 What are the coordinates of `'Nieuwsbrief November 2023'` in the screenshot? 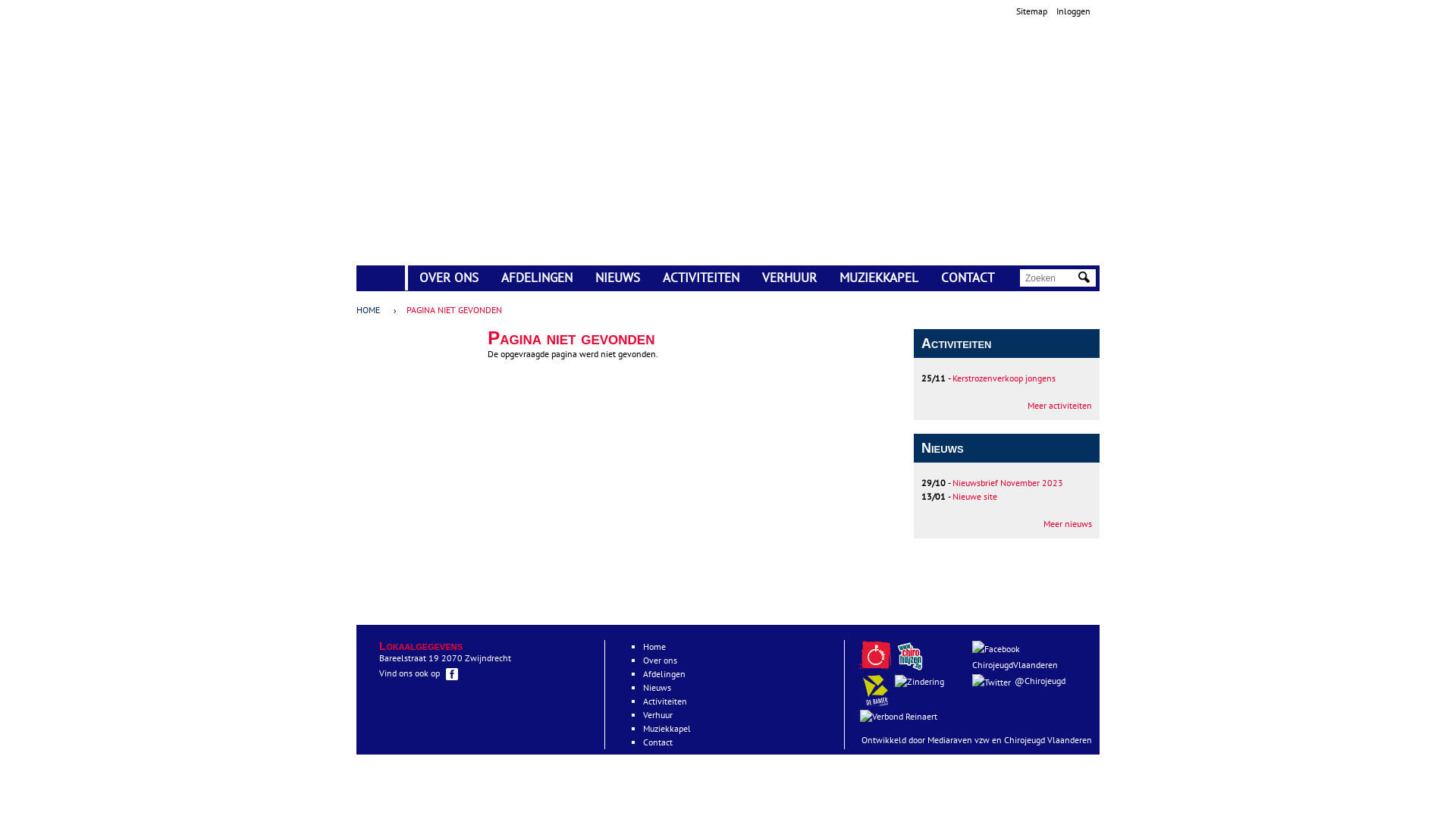 It's located at (1008, 482).